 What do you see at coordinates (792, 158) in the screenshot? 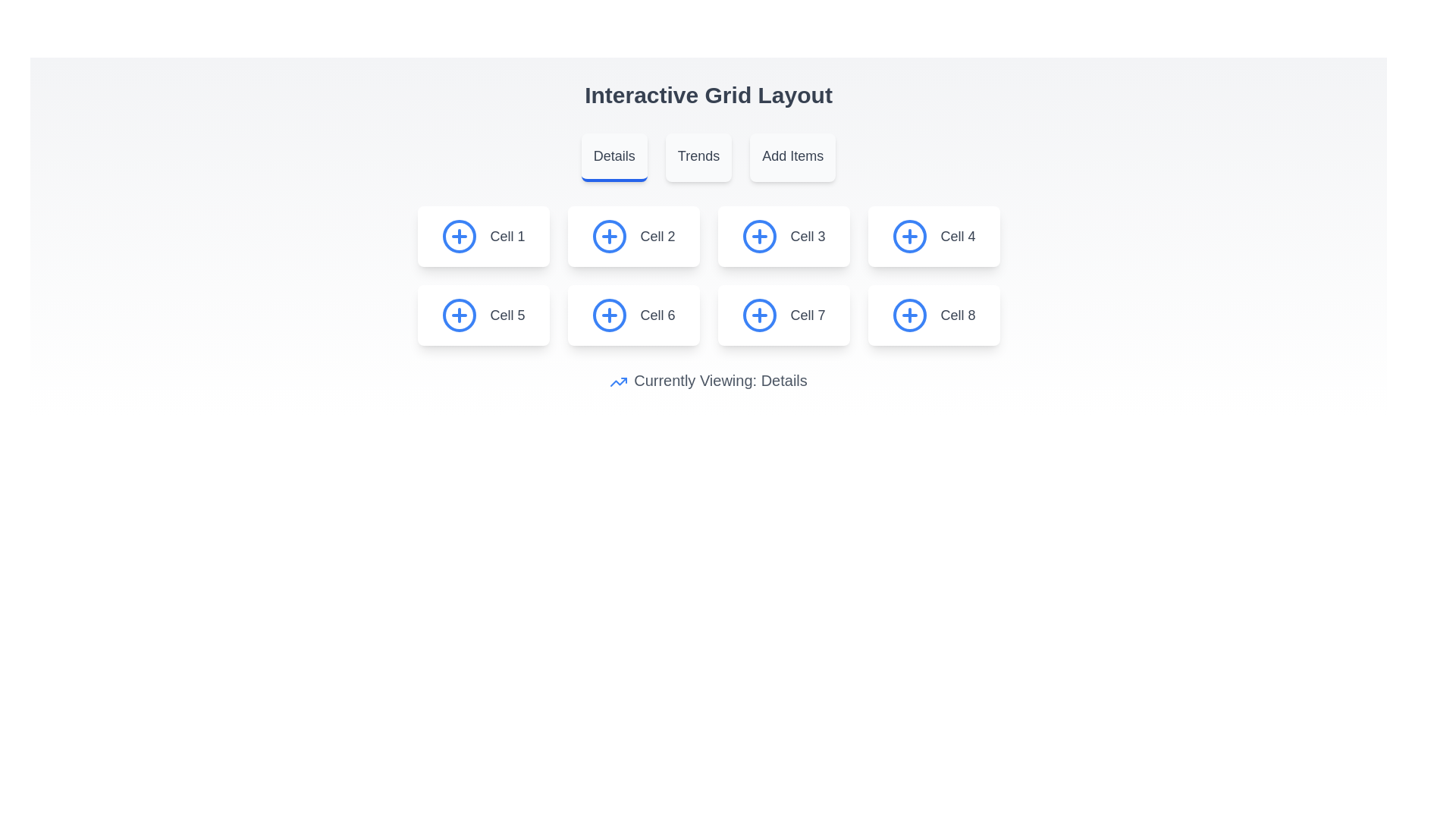
I see `the 'Add Items' button, which is the third button in a series beneath the 'Interactive Grid Layout' heading` at bounding box center [792, 158].